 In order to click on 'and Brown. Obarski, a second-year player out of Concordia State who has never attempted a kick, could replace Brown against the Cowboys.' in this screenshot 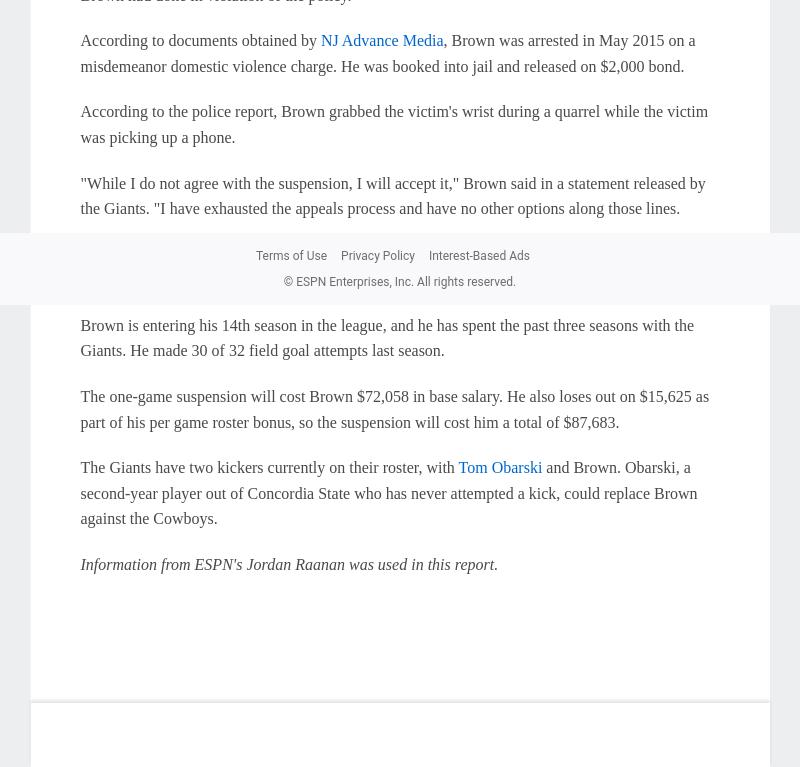, I will do `click(387, 492)`.